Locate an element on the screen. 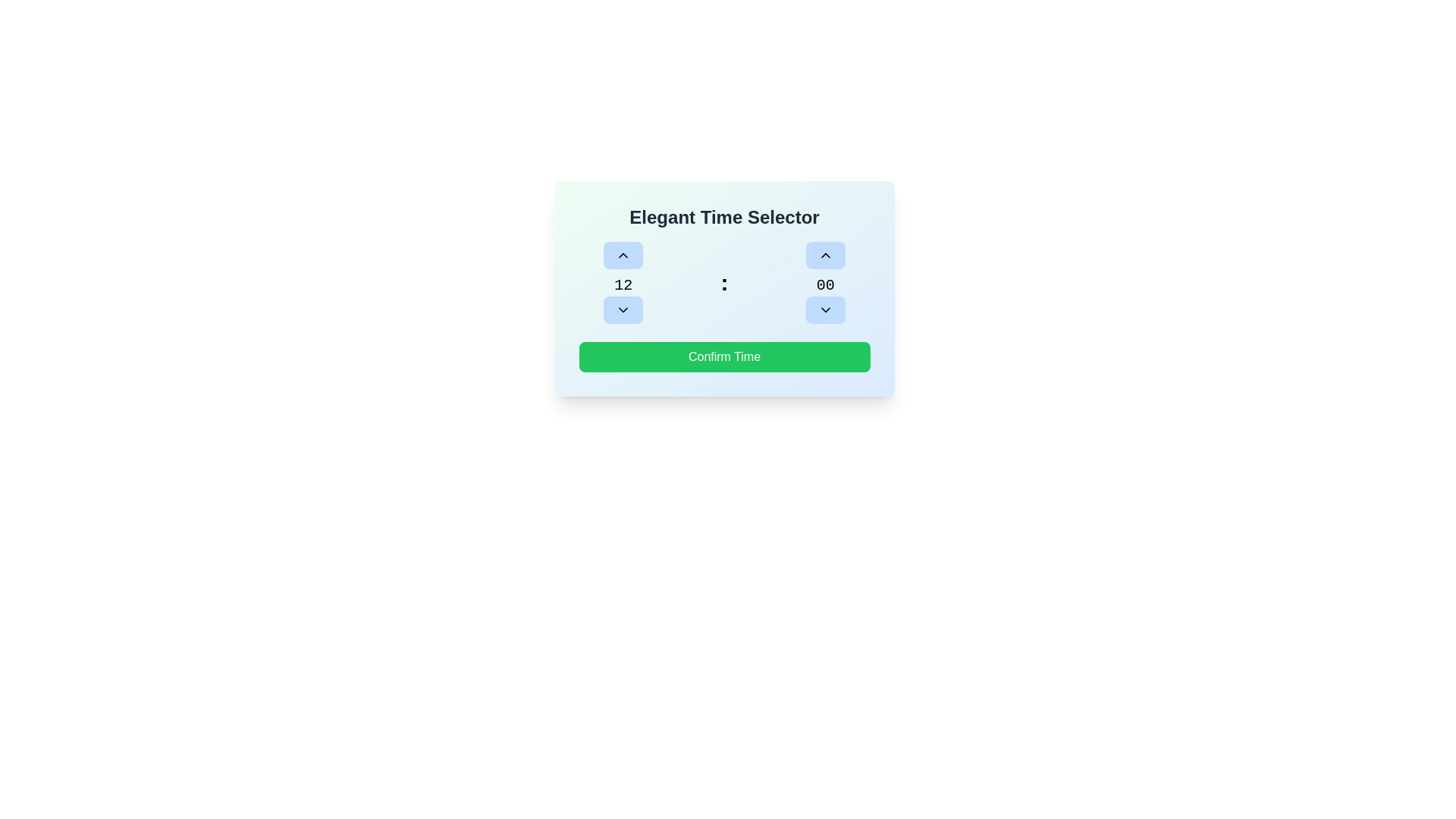  the numerical value display element that indicates minutes in a time selector interface, positioned centrally between an upward and downward arrow is located at coordinates (824, 286).